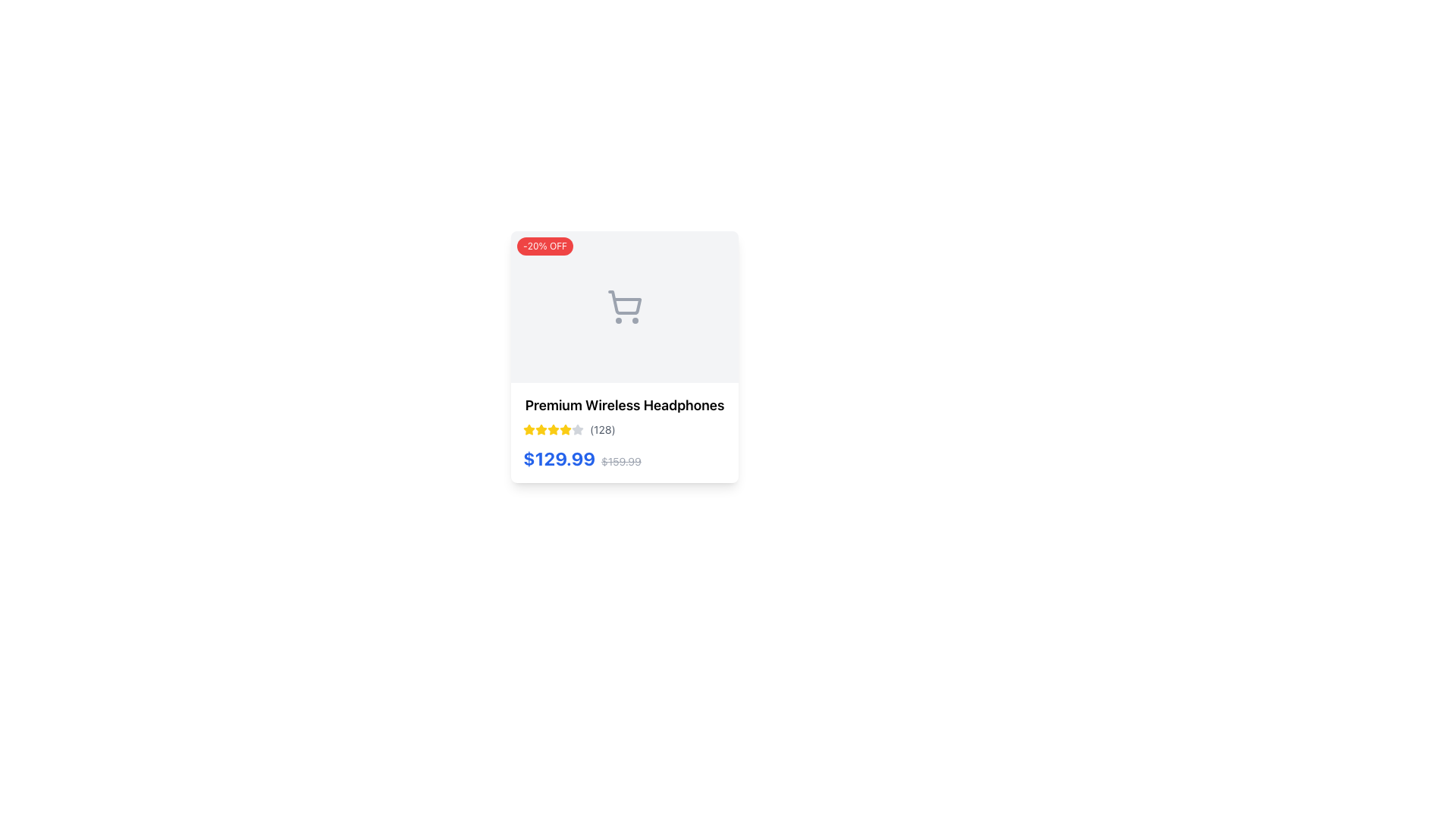 This screenshot has width=1456, height=819. Describe the element at coordinates (625, 405) in the screenshot. I see `text label displaying 'Premium Wireless Headphones' located at the top-middle of the card component` at that location.